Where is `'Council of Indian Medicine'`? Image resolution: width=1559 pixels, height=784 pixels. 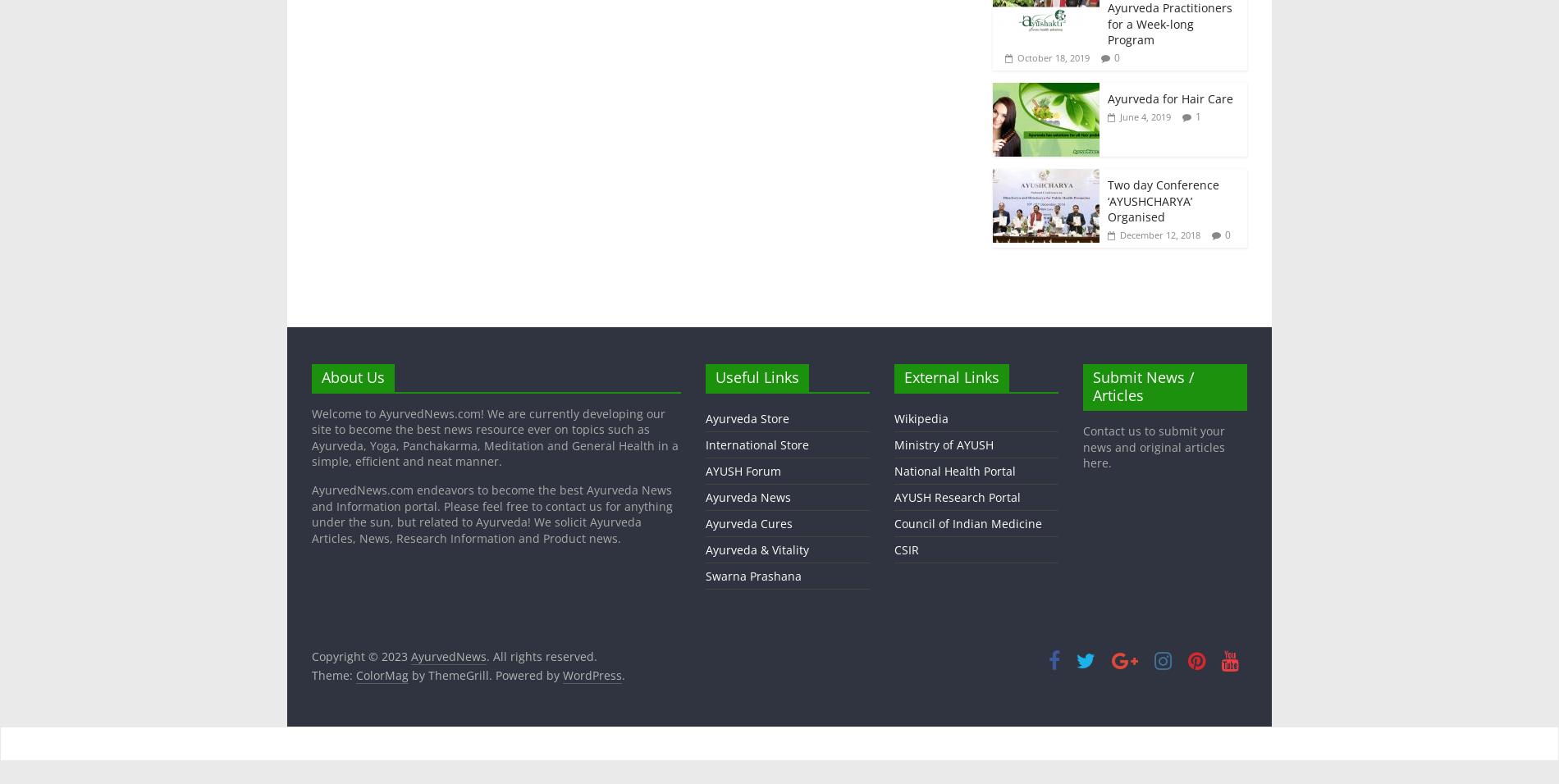 'Council of Indian Medicine' is located at coordinates (967, 522).